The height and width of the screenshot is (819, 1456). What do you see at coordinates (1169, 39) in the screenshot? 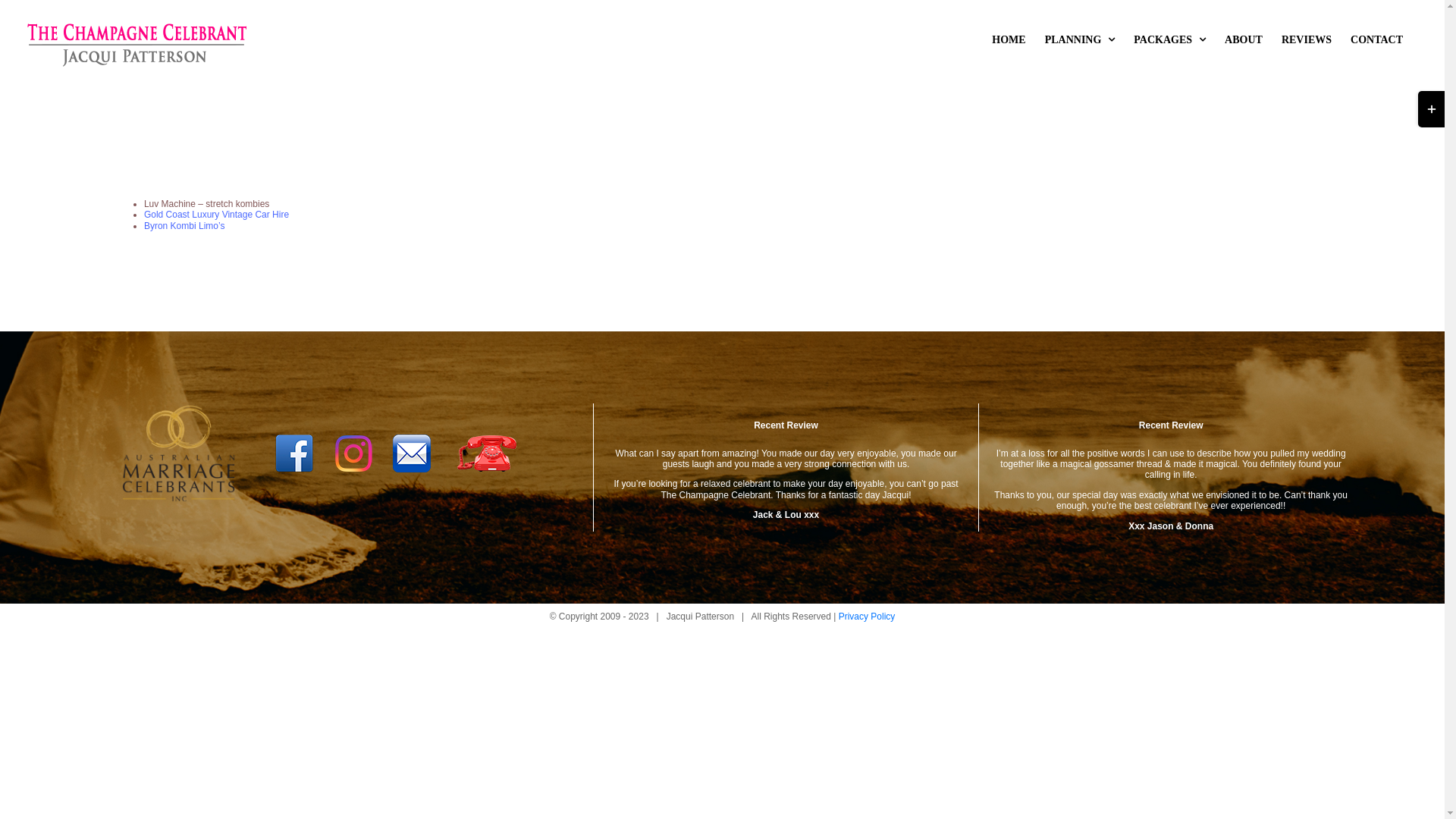
I see `'PACKAGES'` at bounding box center [1169, 39].